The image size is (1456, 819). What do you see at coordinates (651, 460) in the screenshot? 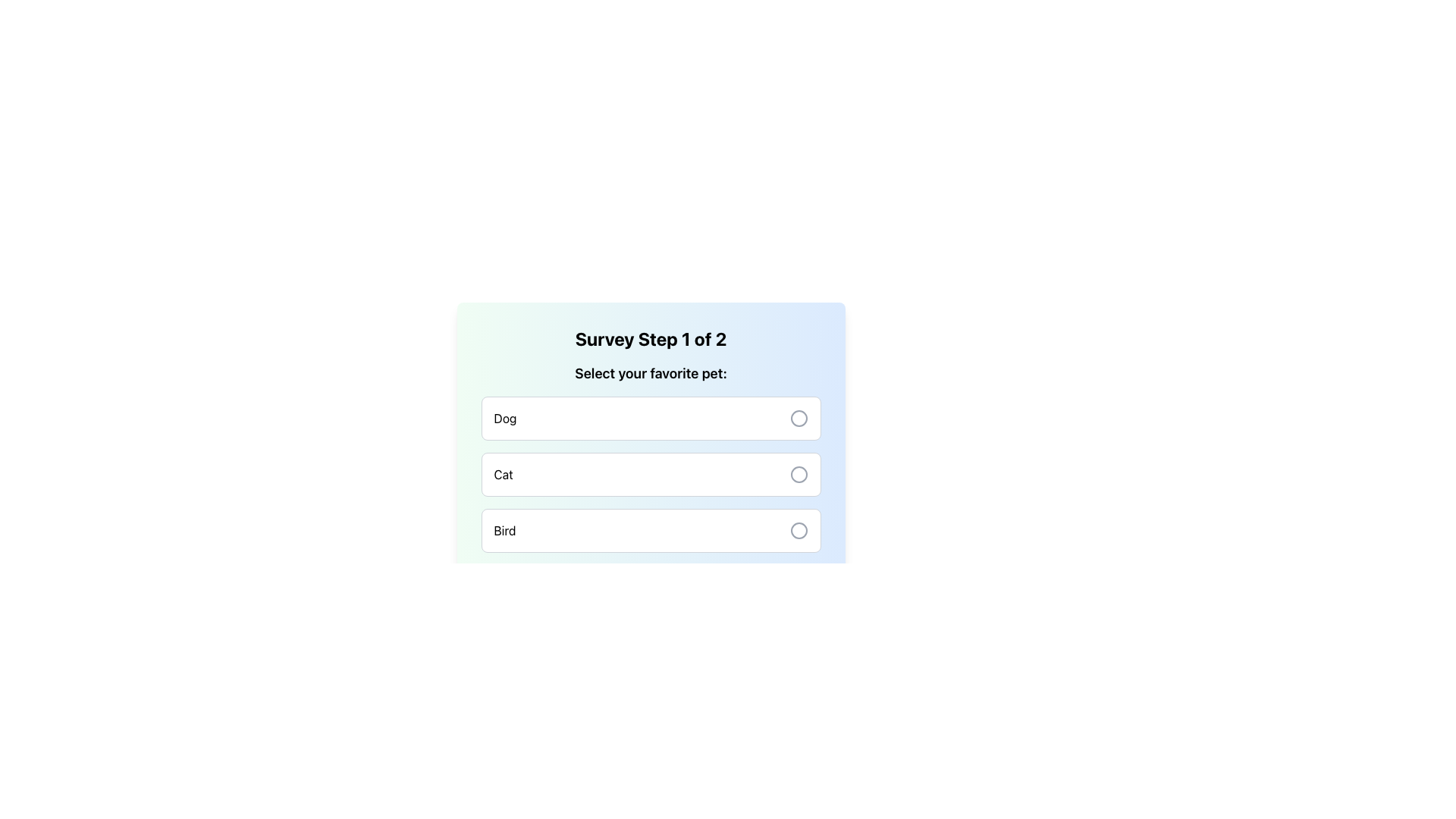
I see `the second selectable option labeled 'Cat' in the multiple-choice interface` at bounding box center [651, 460].